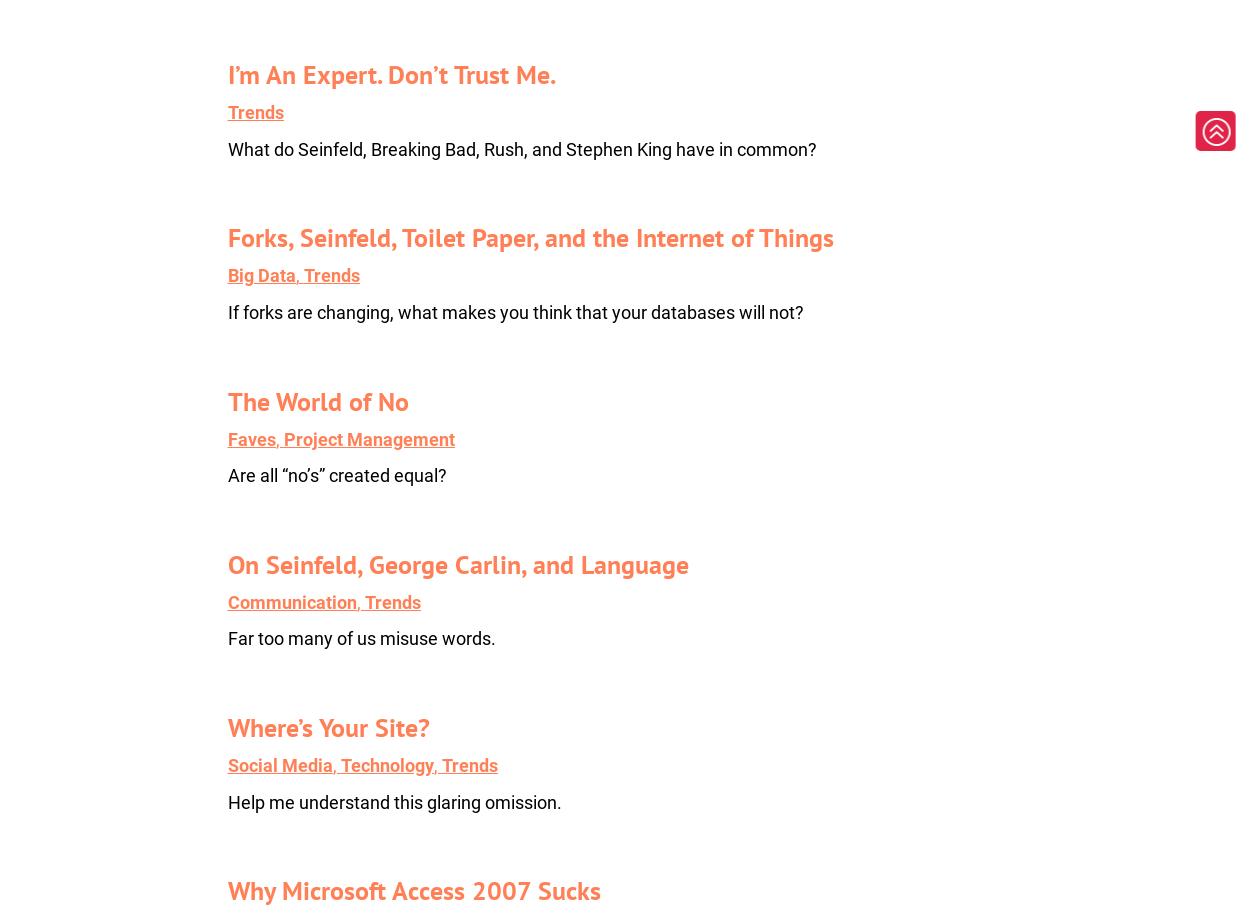  Describe the element at coordinates (530, 236) in the screenshot. I see `'Forks, Seinfeld, Toilet Paper, and the Internet of Things'` at that location.